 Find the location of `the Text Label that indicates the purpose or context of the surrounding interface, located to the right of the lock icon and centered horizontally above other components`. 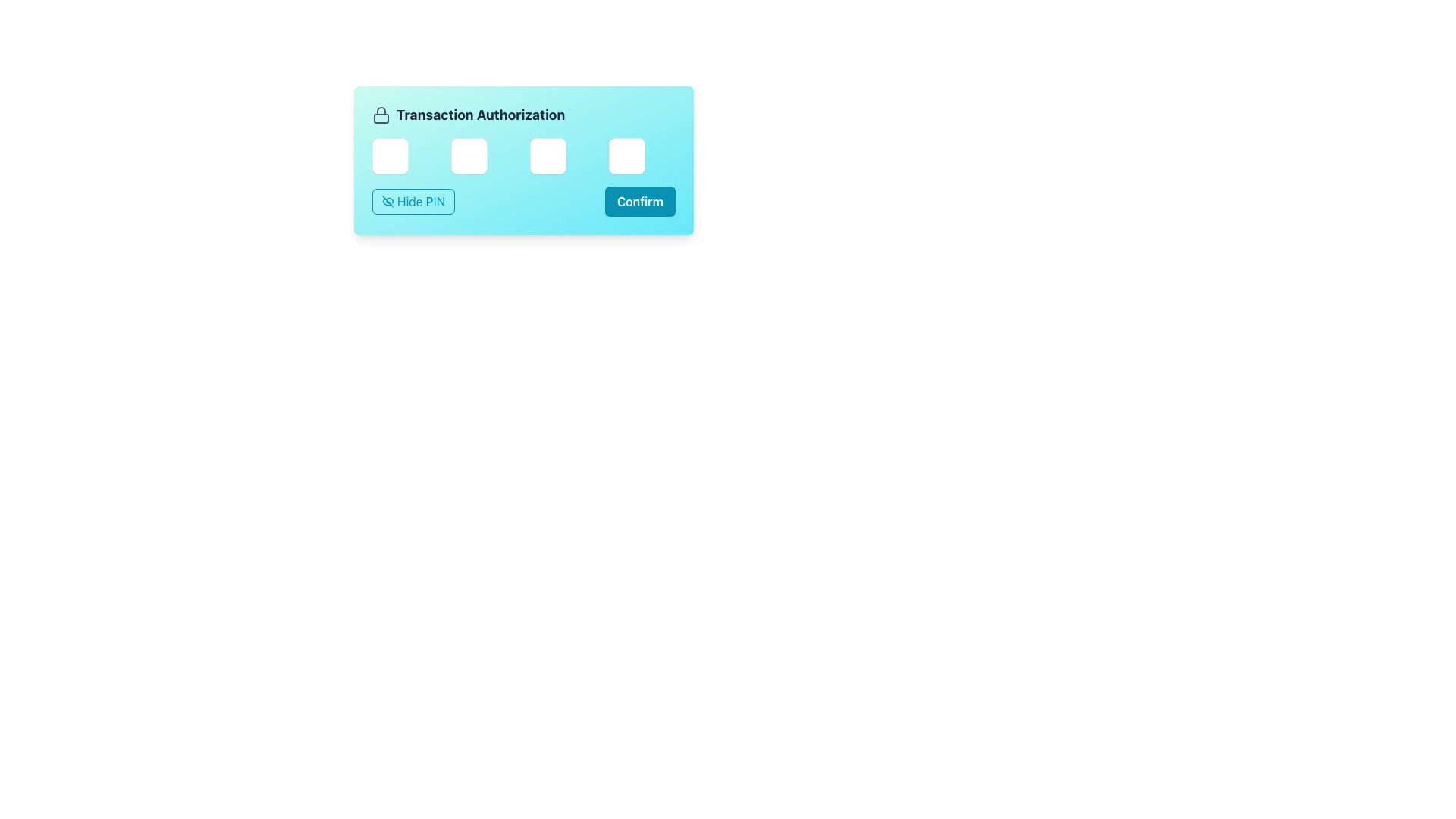

the Text Label that indicates the purpose or context of the surrounding interface, located to the right of the lock icon and centered horizontally above other components is located at coordinates (480, 114).